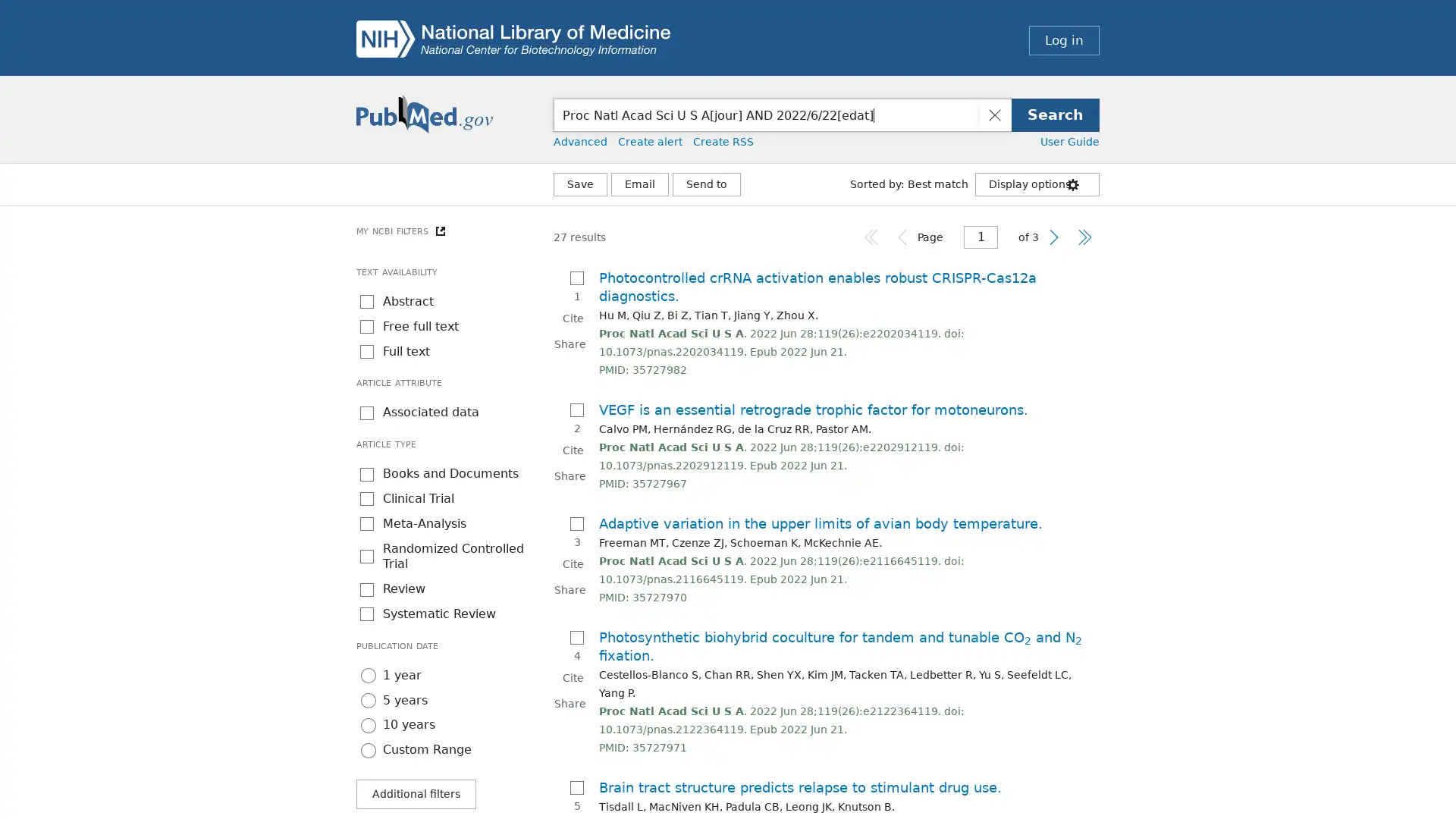 The width and height of the screenshot is (1456, 819). Describe the element at coordinates (872, 237) in the screenshot. I see `Navigates to the first page of results.` at that location.